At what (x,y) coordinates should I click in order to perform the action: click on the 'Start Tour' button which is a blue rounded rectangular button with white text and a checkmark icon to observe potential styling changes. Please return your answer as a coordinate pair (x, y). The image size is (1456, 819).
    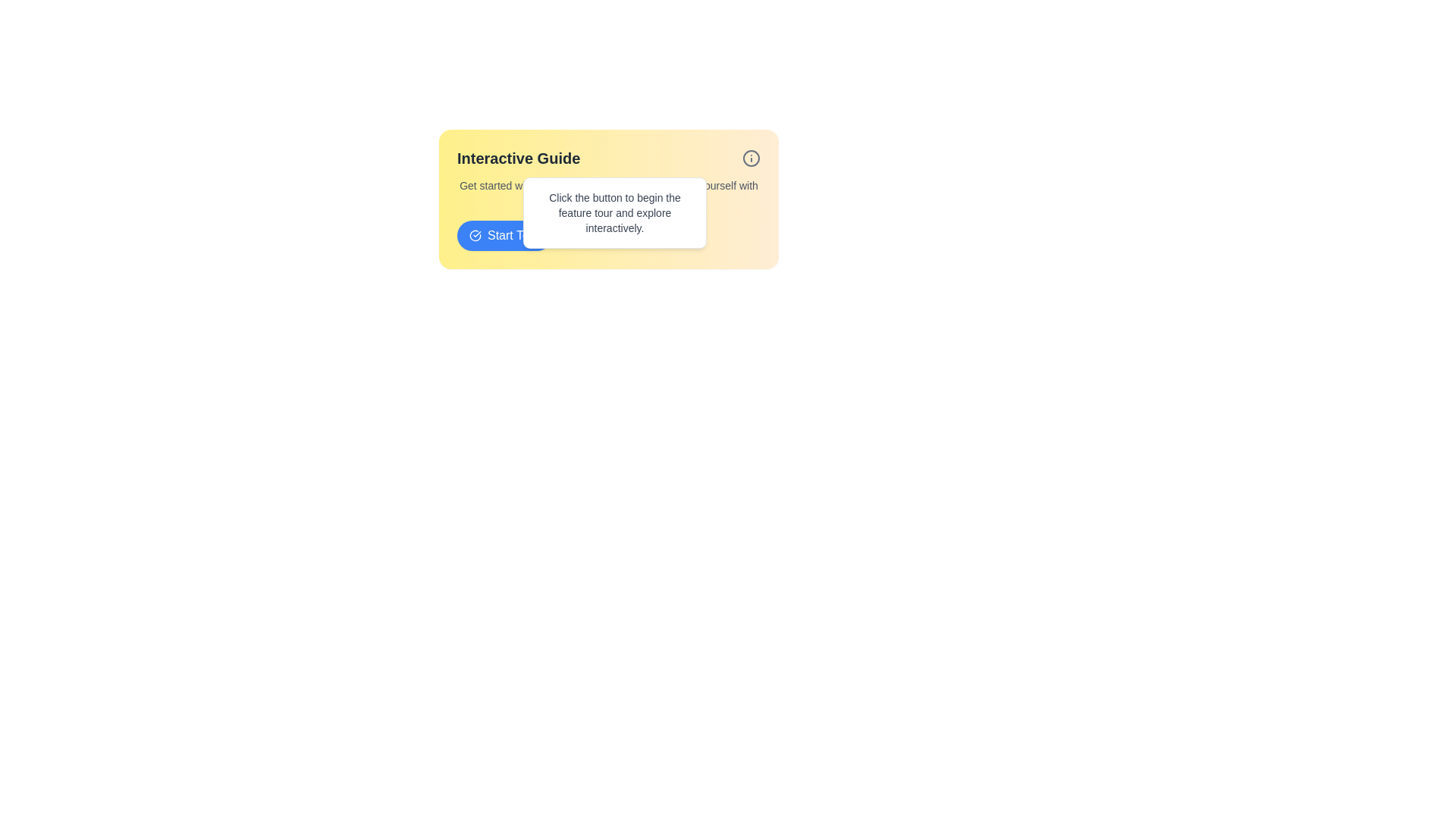
    Looking at the image, I should click on (504, 236).